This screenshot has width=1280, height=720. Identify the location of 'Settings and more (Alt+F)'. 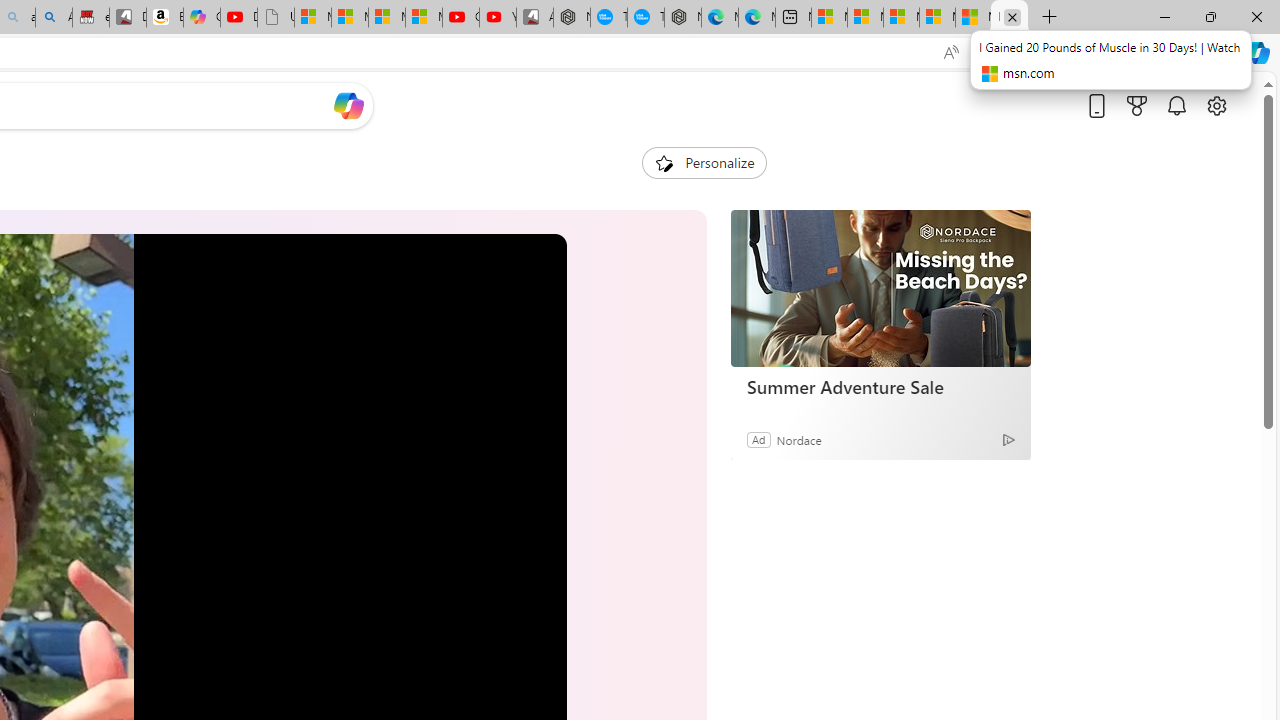
(1215, 51).